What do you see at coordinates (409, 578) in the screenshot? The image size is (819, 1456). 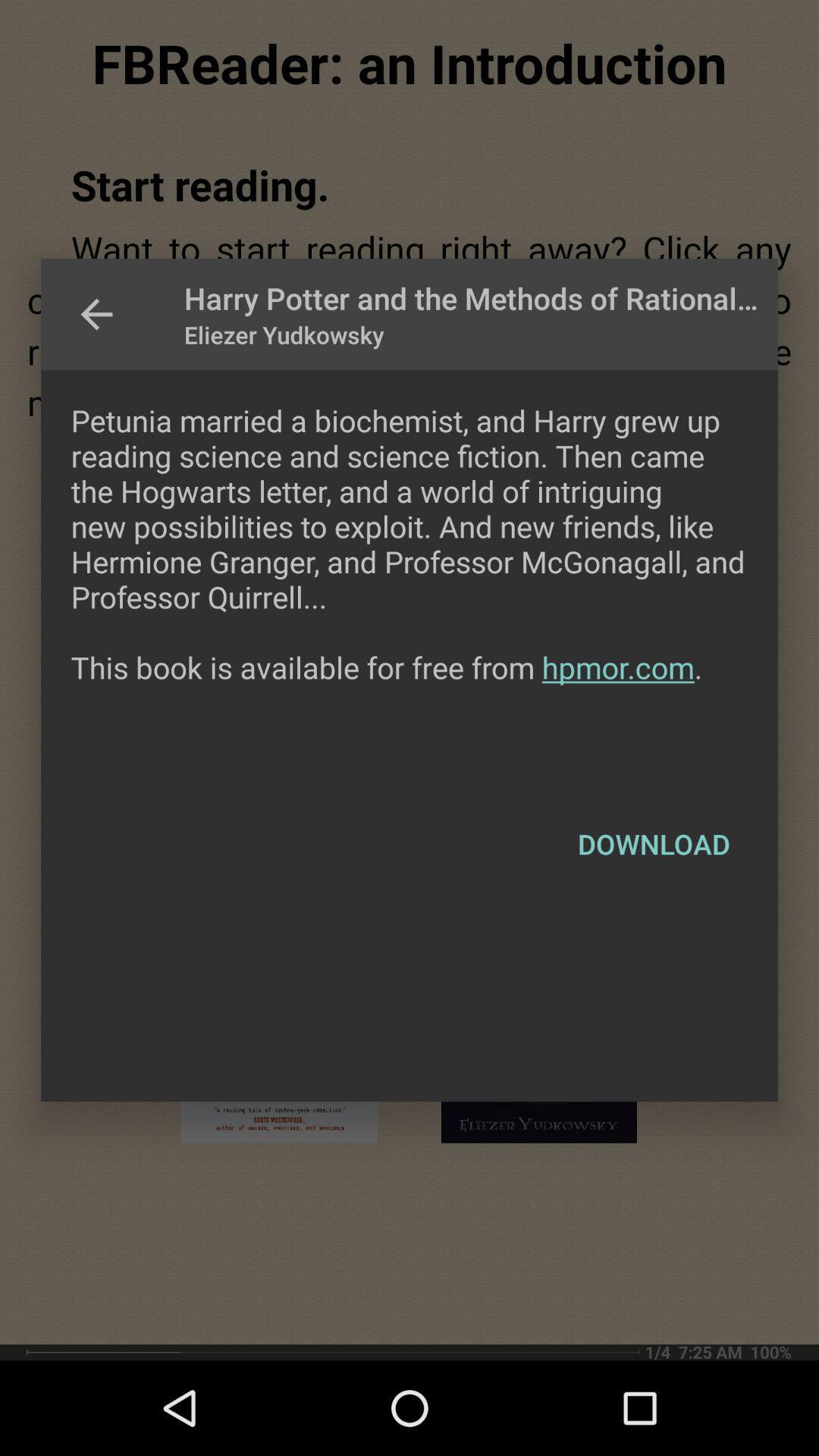 I see `icon above the download icon` at bounding box center [409, 578].